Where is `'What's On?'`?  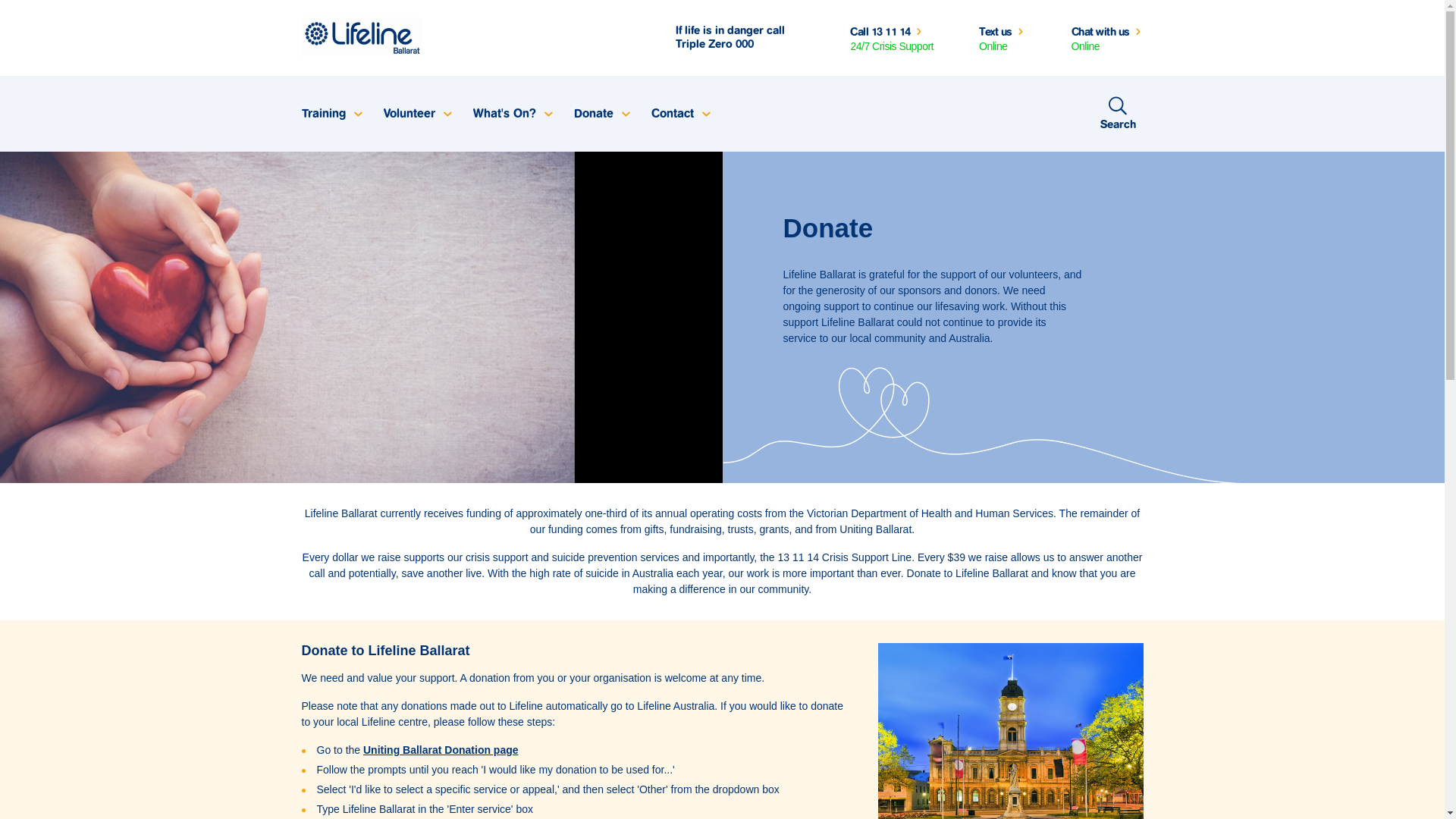
'What's On?' is located at coordinates (460, 113).